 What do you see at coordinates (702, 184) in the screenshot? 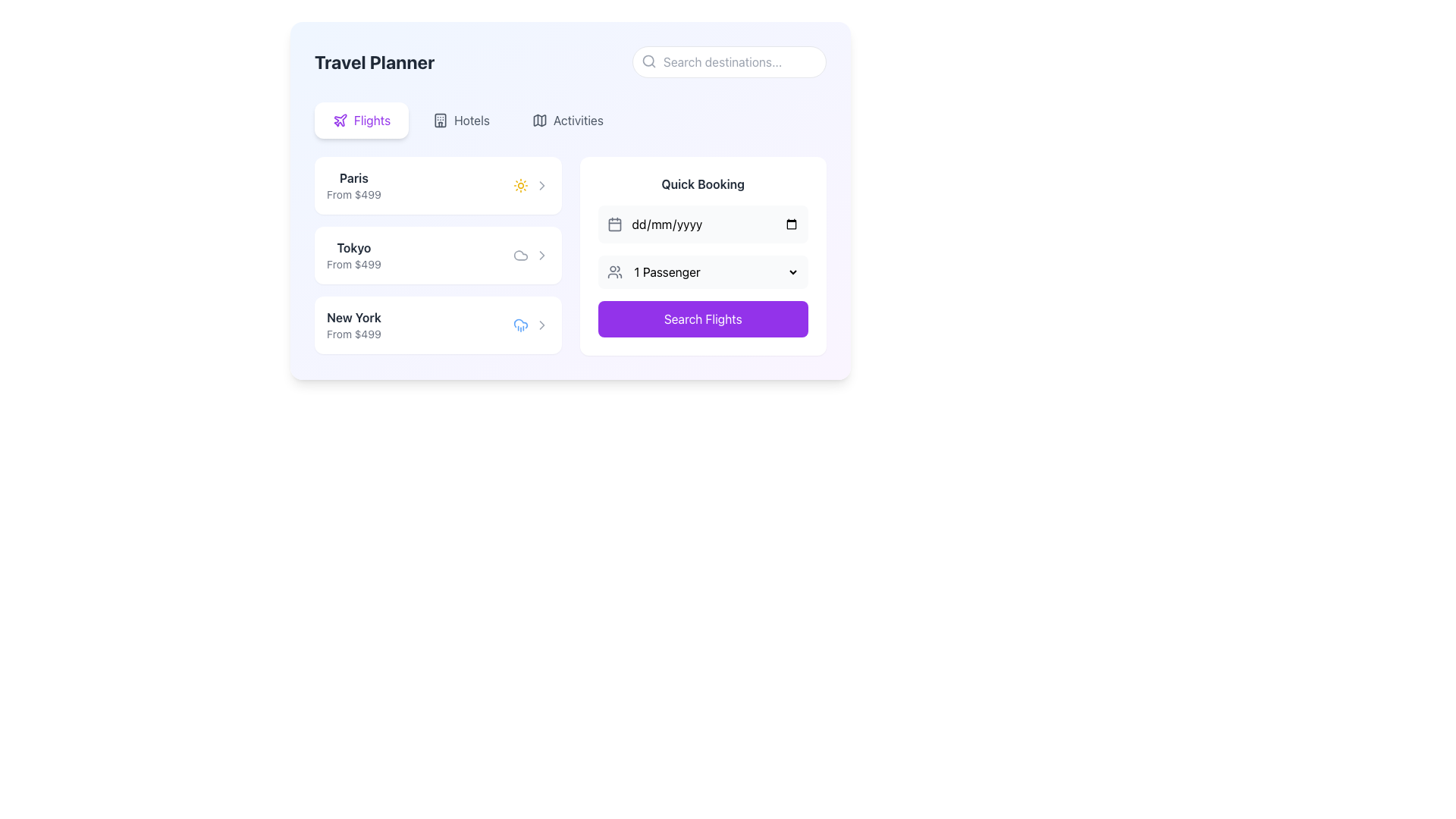
I see `the text header 'Quick Booking' which is styled in bold dark gray, located at the top of a white card-like interface` at bounding box center [702, 184].